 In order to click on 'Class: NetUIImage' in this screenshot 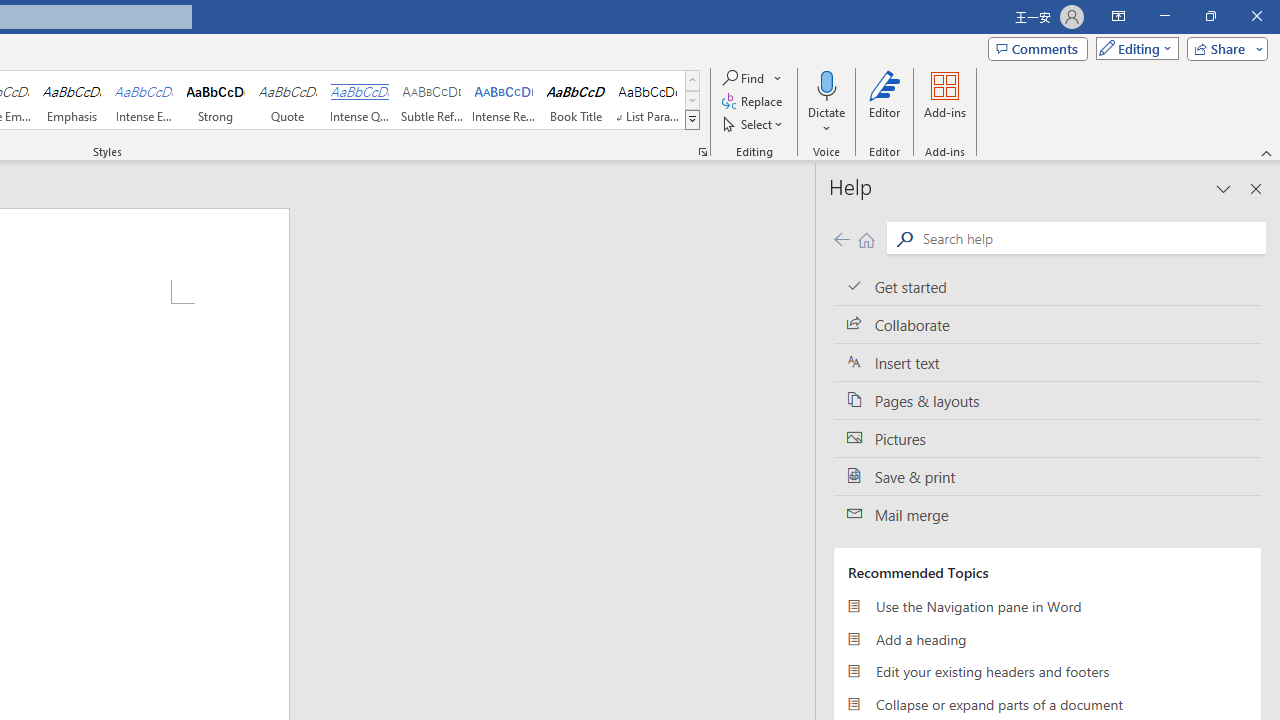, I will do `click(693, 119)`.